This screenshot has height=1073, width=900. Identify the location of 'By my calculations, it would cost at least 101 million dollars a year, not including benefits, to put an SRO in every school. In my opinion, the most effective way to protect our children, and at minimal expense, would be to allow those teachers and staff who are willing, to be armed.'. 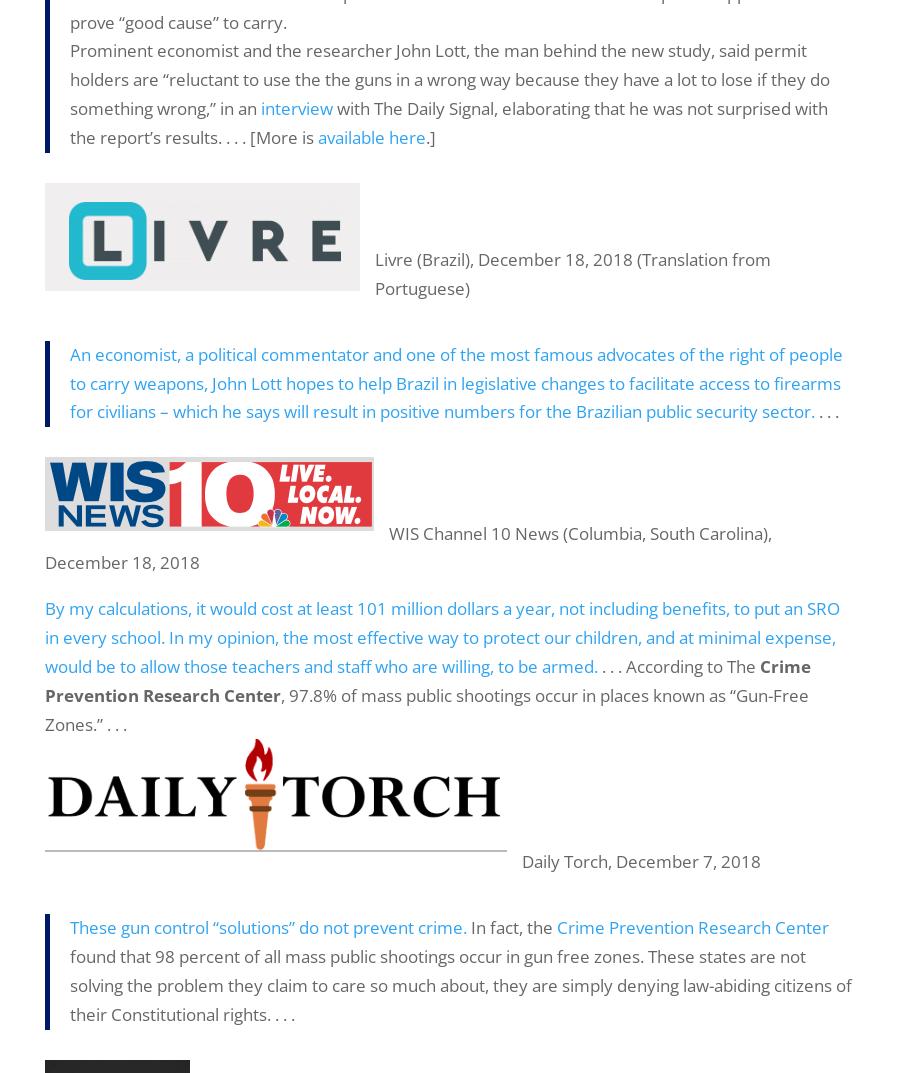
(44, 636).